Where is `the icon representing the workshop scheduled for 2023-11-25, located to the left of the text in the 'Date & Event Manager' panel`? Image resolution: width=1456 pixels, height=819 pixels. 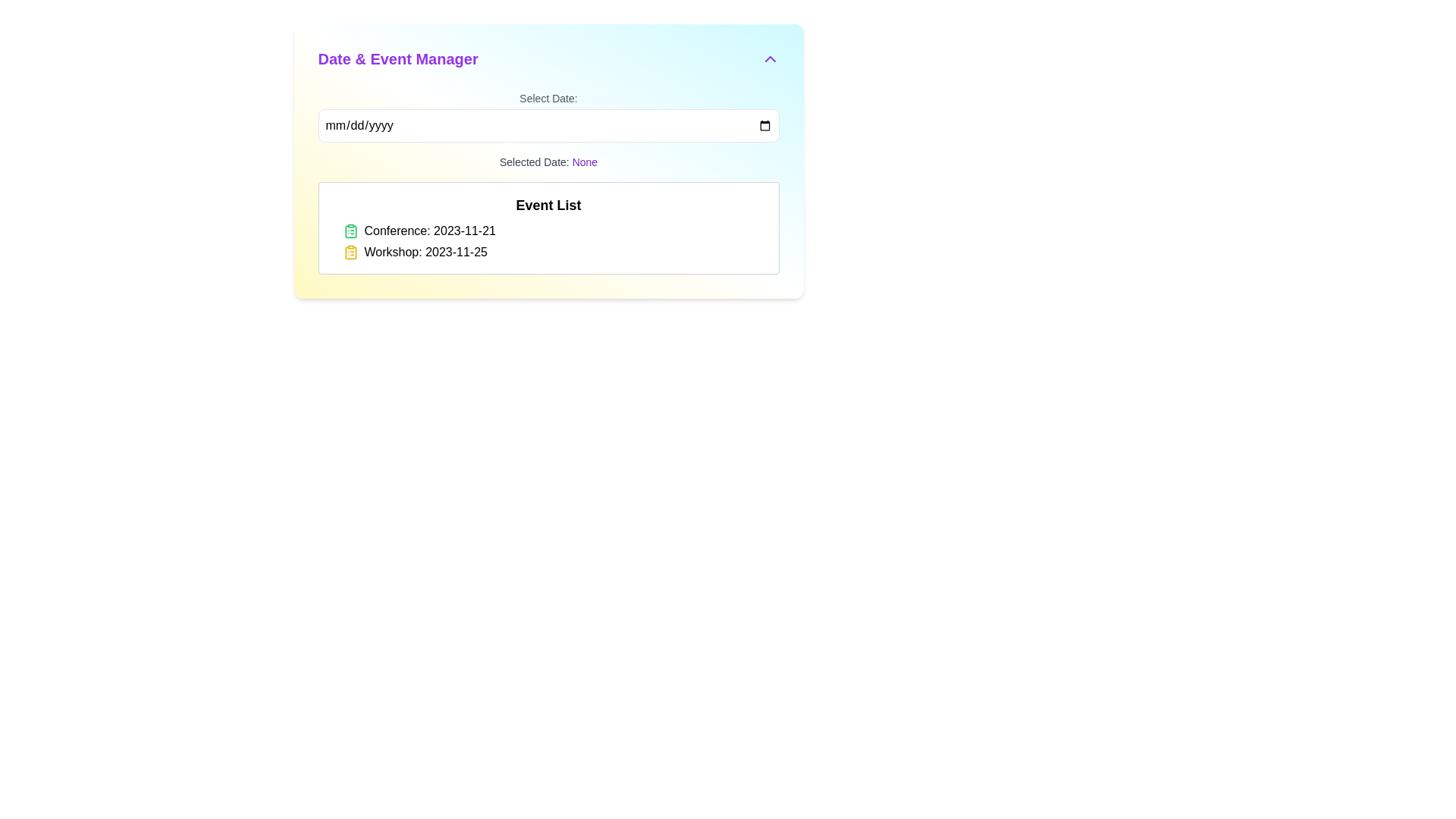 the icon representing the workshop scheduled for 2023-11-25, located to the left of the text in the 'Date & Event Manager' panel is located at coordinates (350, 251).